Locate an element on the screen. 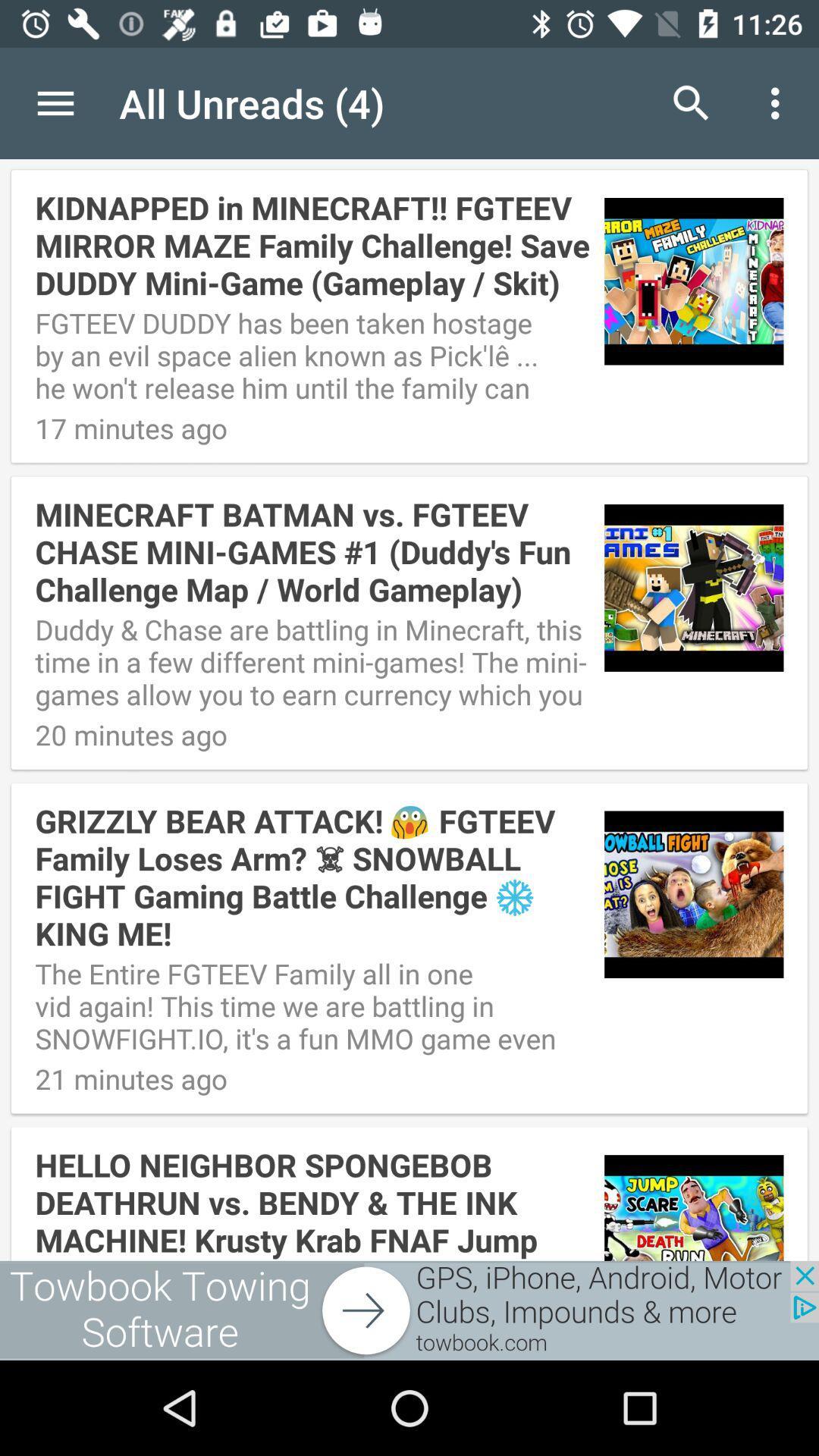  last icon at top right corner is located at coordinates (779, 103).